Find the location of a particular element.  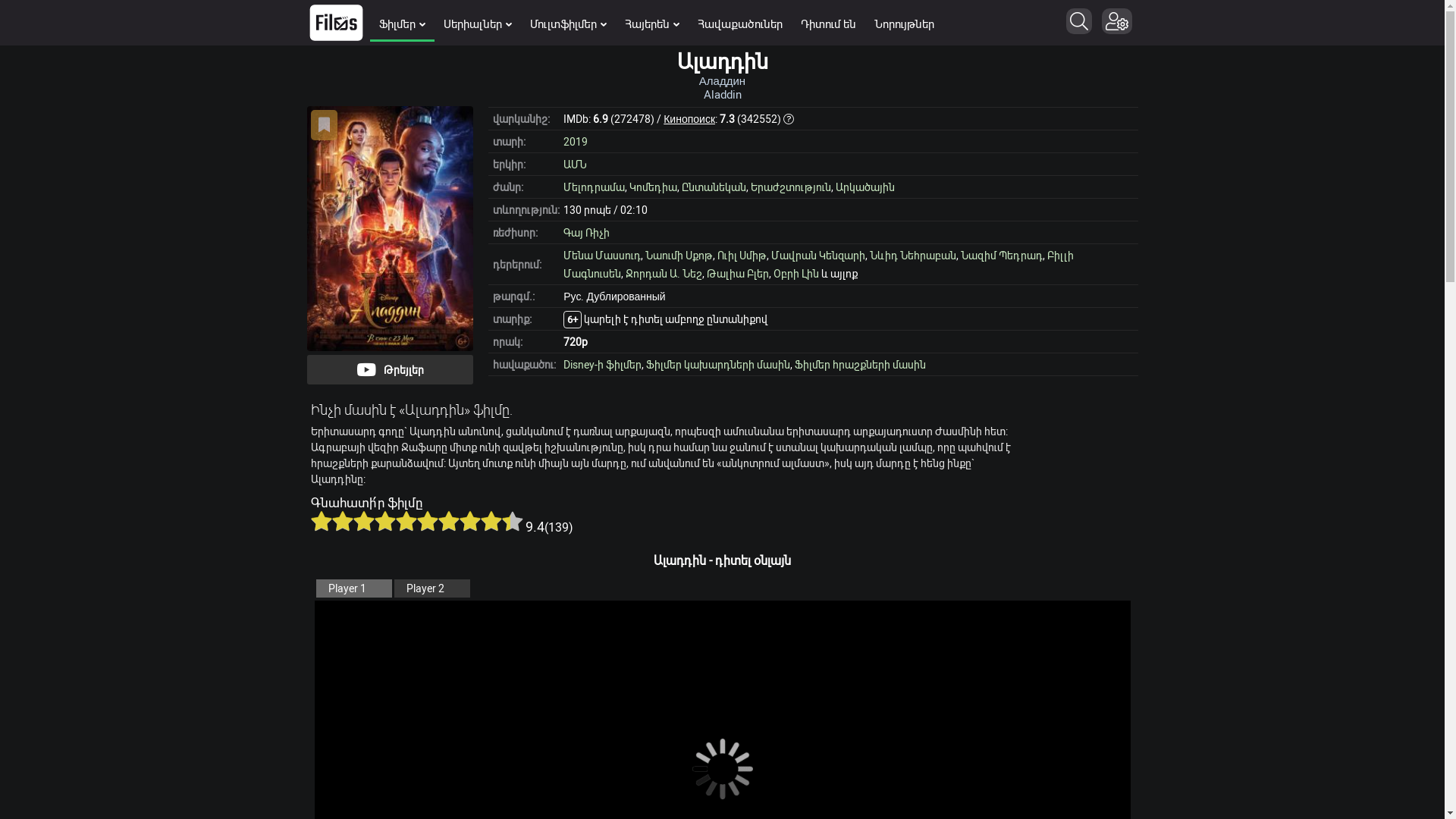

'9' is located at coordinates (479, 519).